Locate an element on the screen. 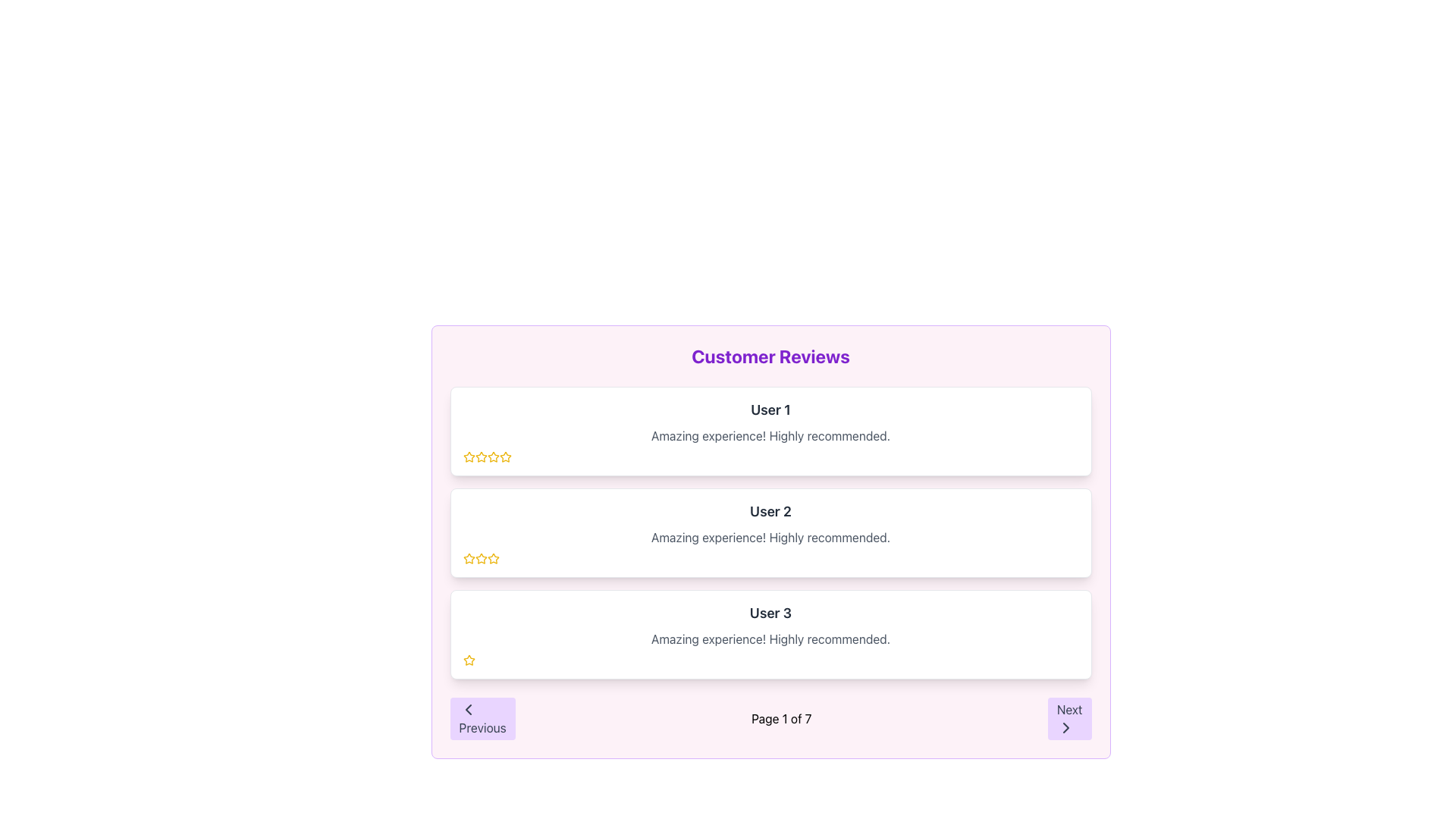 The height and width of the screenshot is (819, 1456). the rating value by interacting with the first gold-colored star icon in the rating indicator for User 2 in the Customer Reviews section is located at coordinates (468, 558).